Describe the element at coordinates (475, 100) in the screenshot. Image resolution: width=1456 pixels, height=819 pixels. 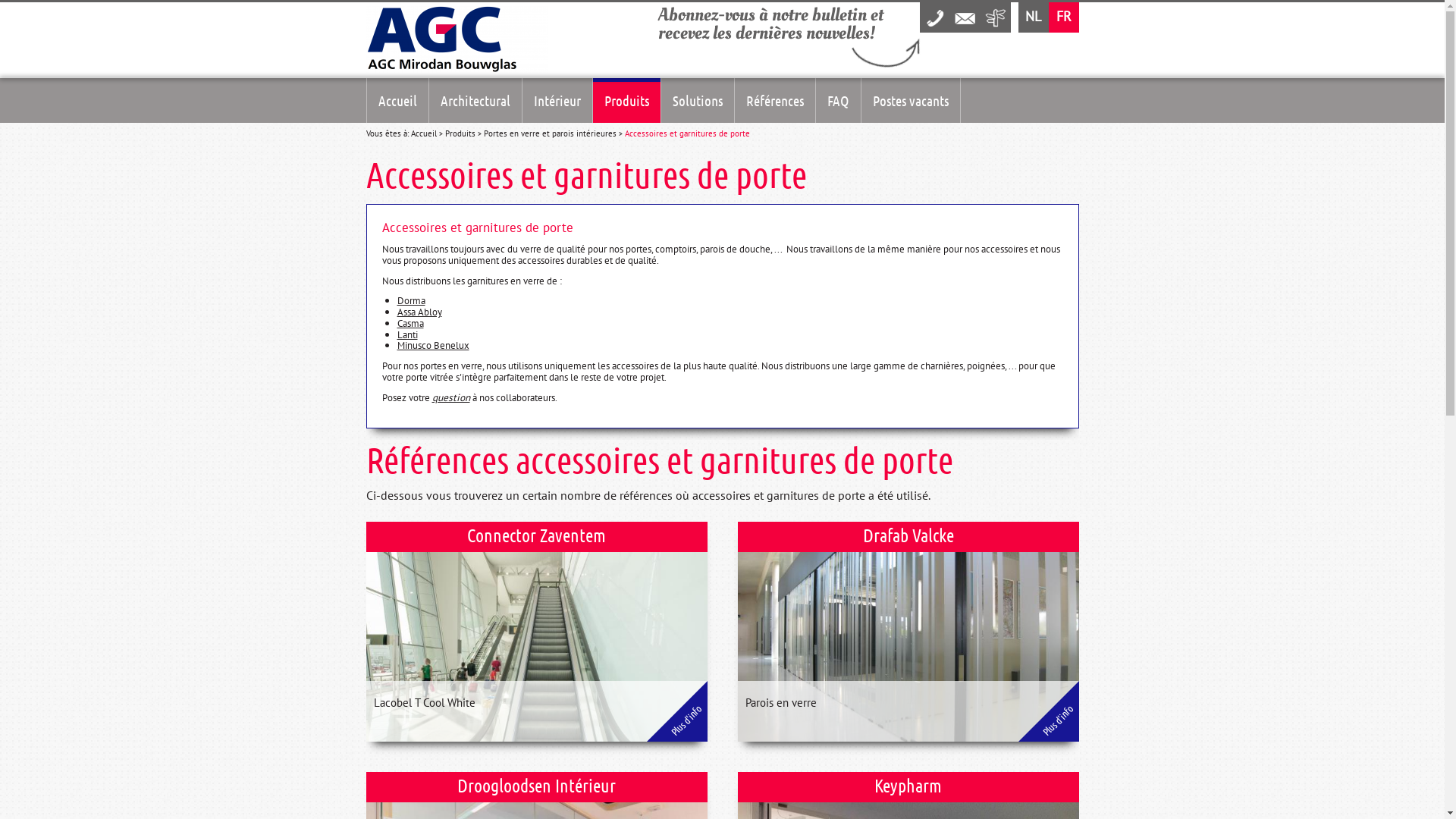
I see `'Architectural'` at that location.